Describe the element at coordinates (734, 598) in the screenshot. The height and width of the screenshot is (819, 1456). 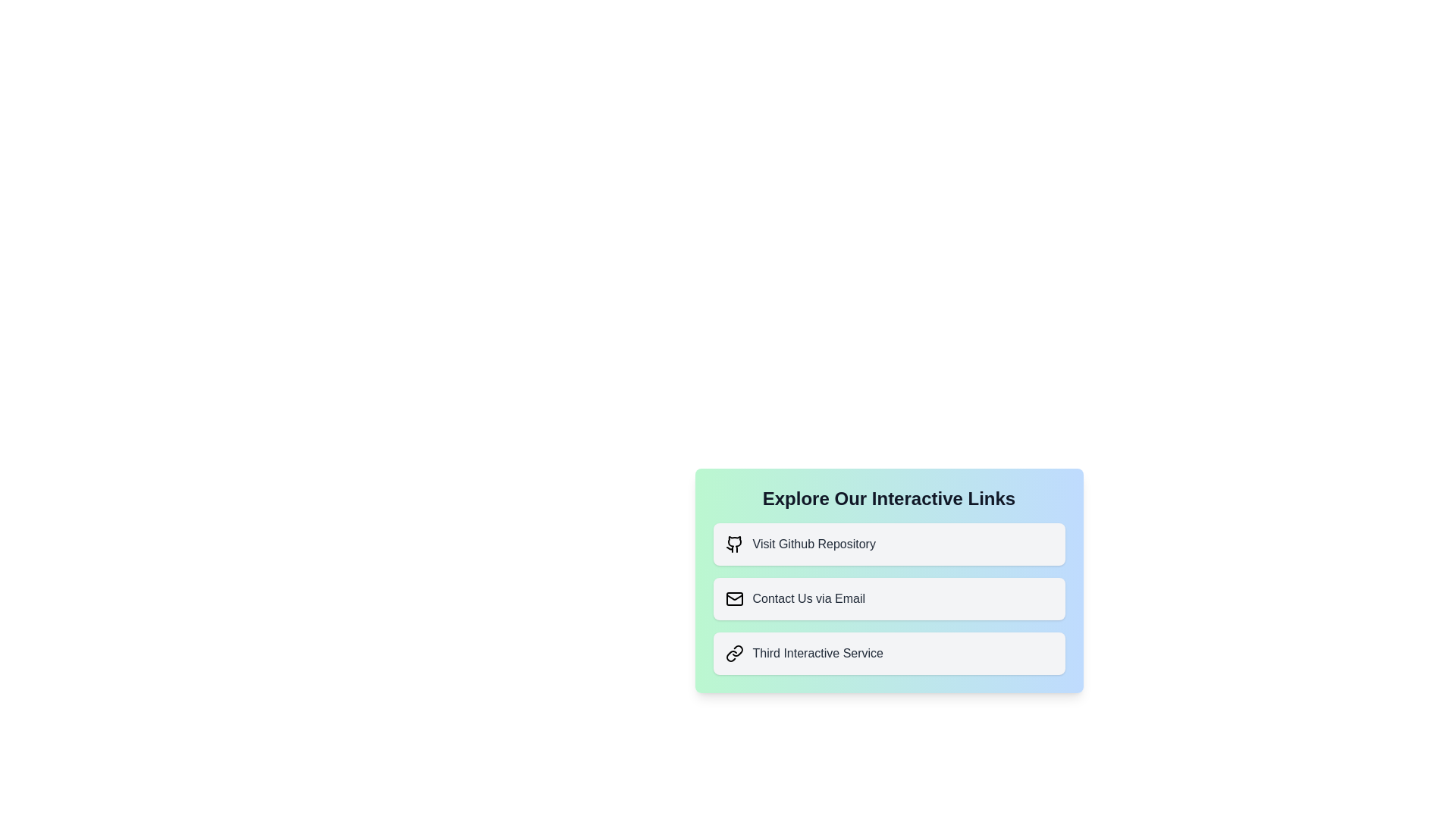
I see `the rectangular shape forming part of the envelope icon, which is aligned to the left of the 'Contact Us via Email' text in the list of interactive links` at that location.